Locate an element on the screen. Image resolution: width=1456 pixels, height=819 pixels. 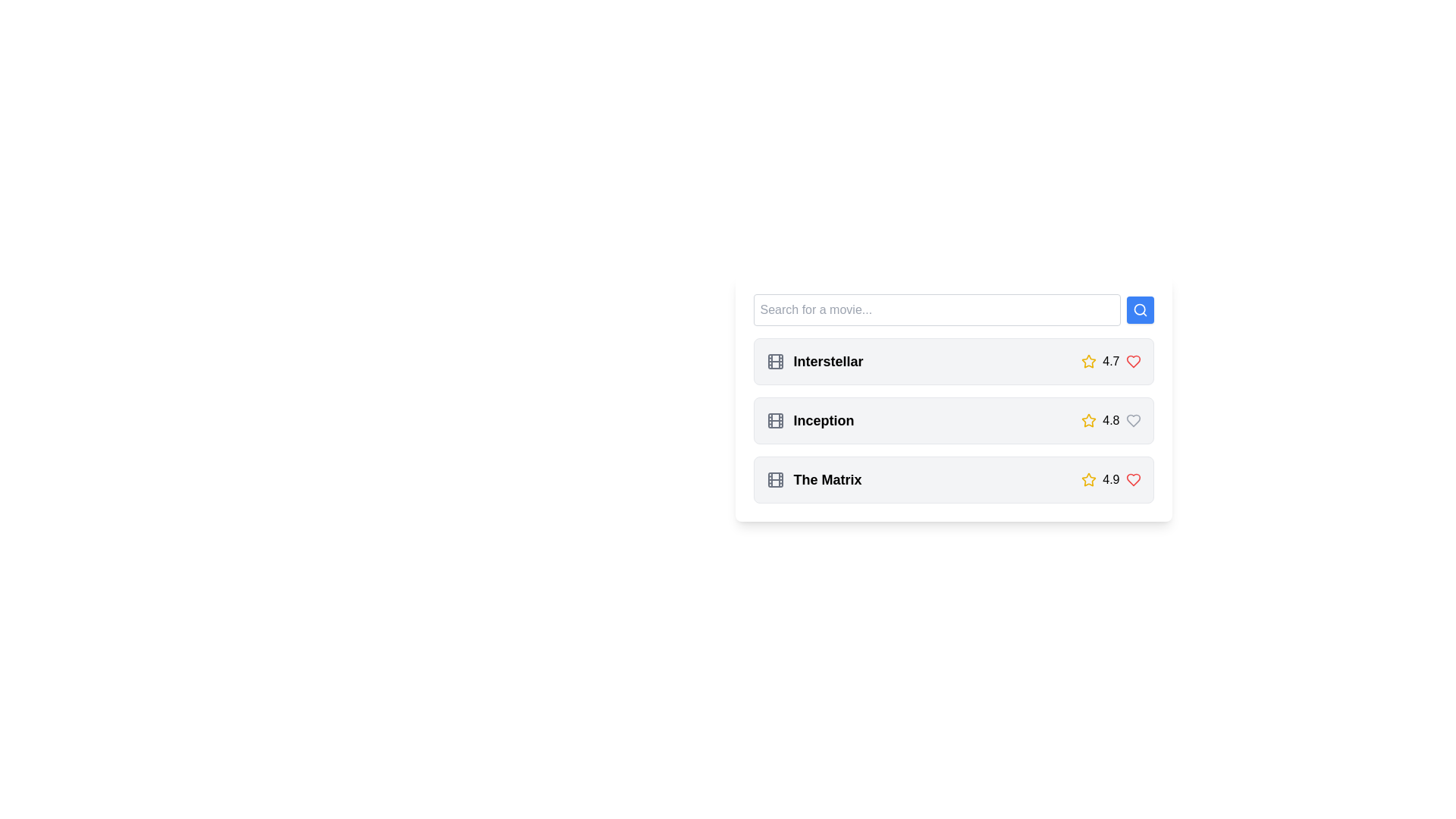
the graphical icon element located at the top-left corner of the filmstrip icon next to the text 'Interstellar' is located at coordinates (775, 362).